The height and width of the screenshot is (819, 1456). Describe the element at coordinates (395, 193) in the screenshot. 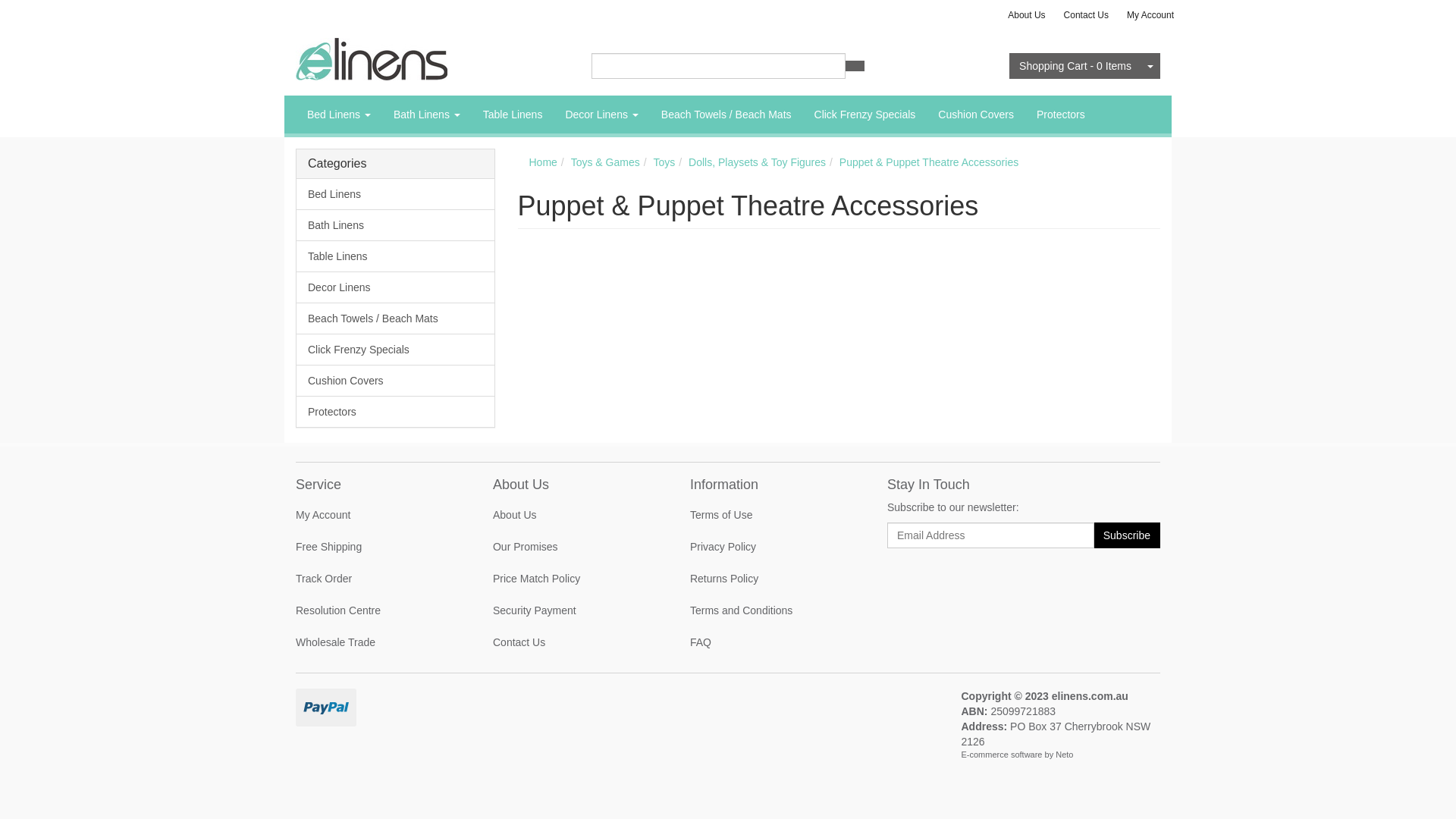

I see `'Bed Linens'` at that location.